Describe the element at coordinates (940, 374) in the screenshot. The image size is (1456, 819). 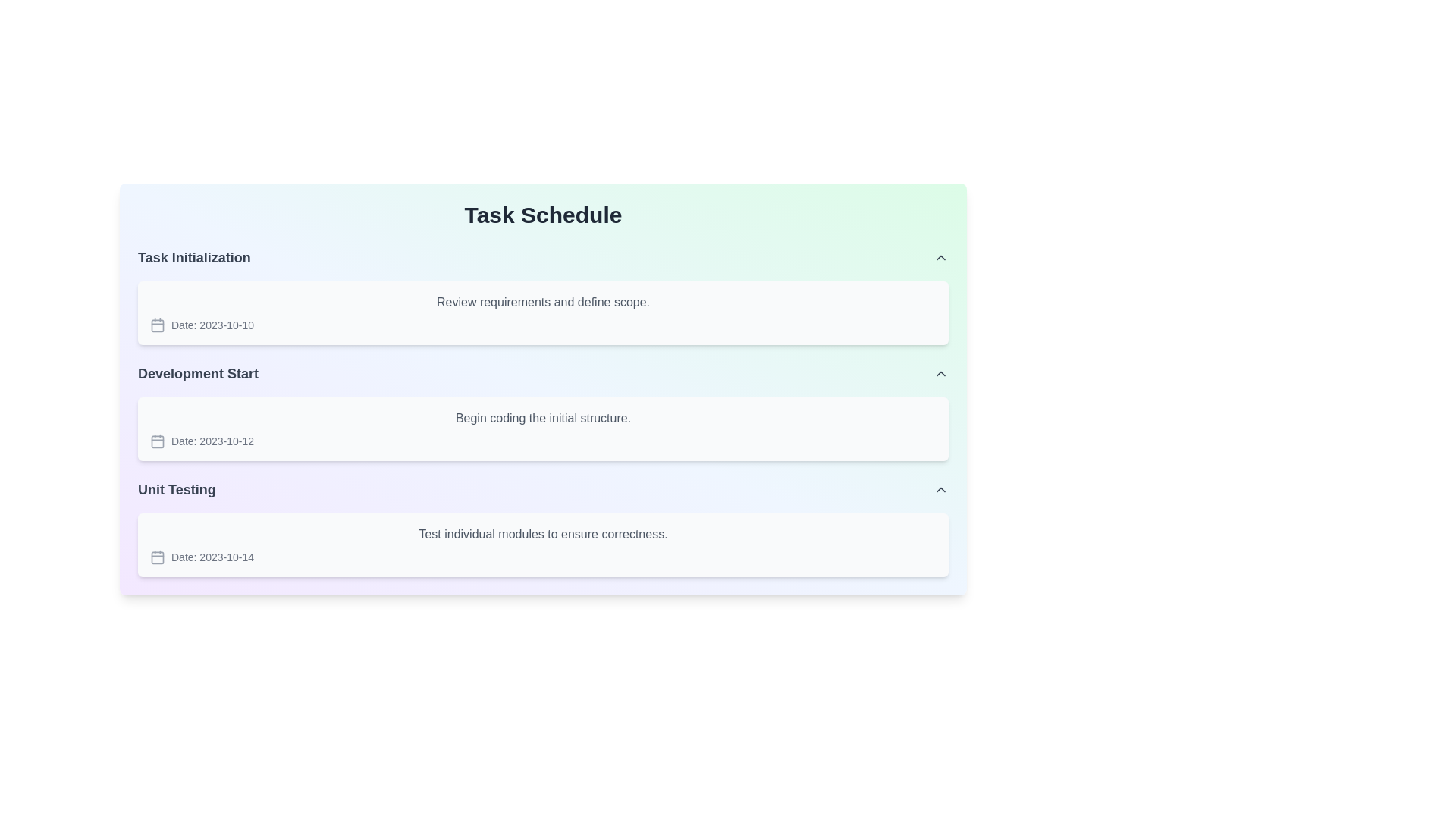
I see `the upward-pointing chevron icon` at that location.